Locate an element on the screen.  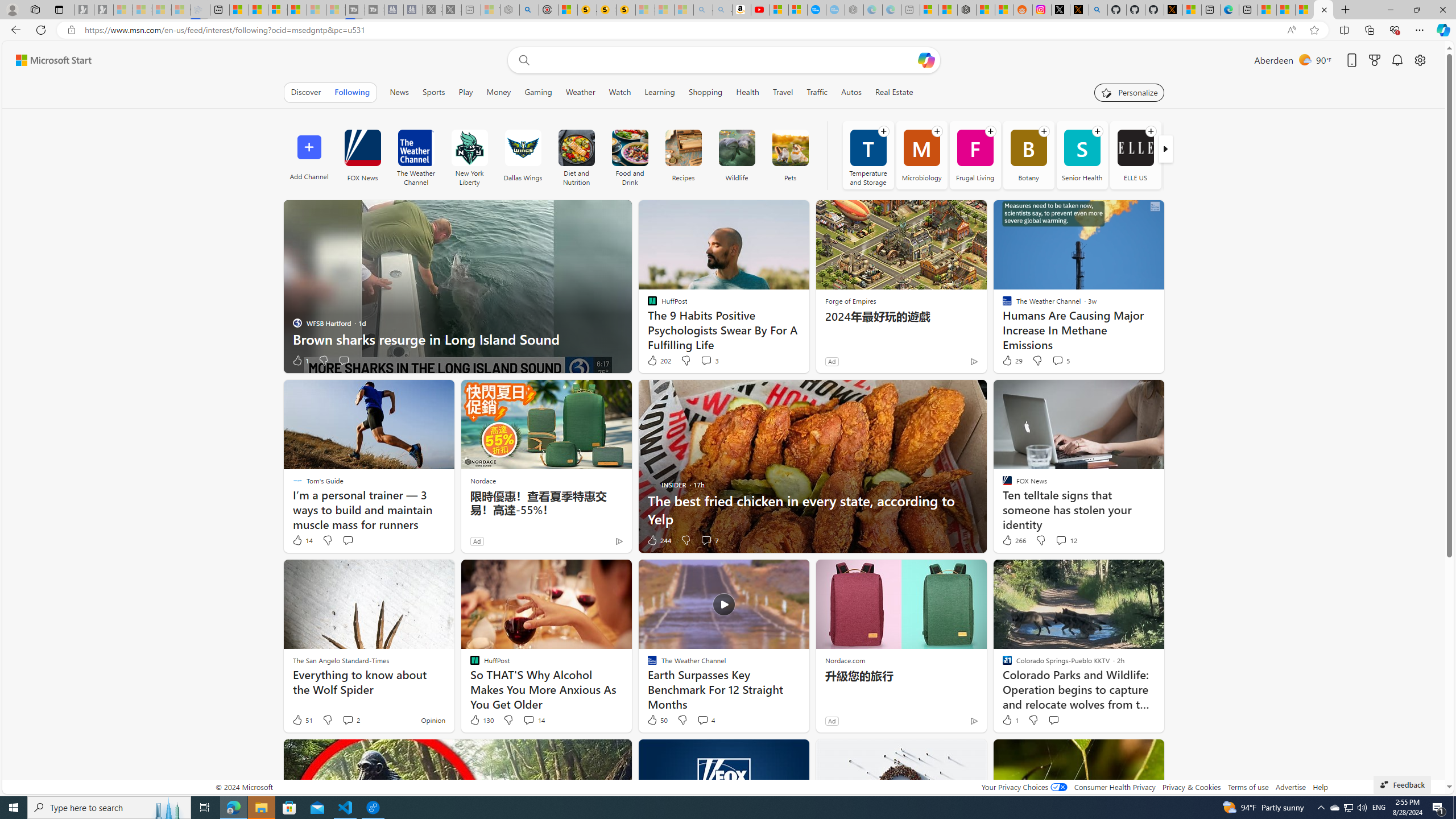
'Ad' is located at coordinates (830, 721).